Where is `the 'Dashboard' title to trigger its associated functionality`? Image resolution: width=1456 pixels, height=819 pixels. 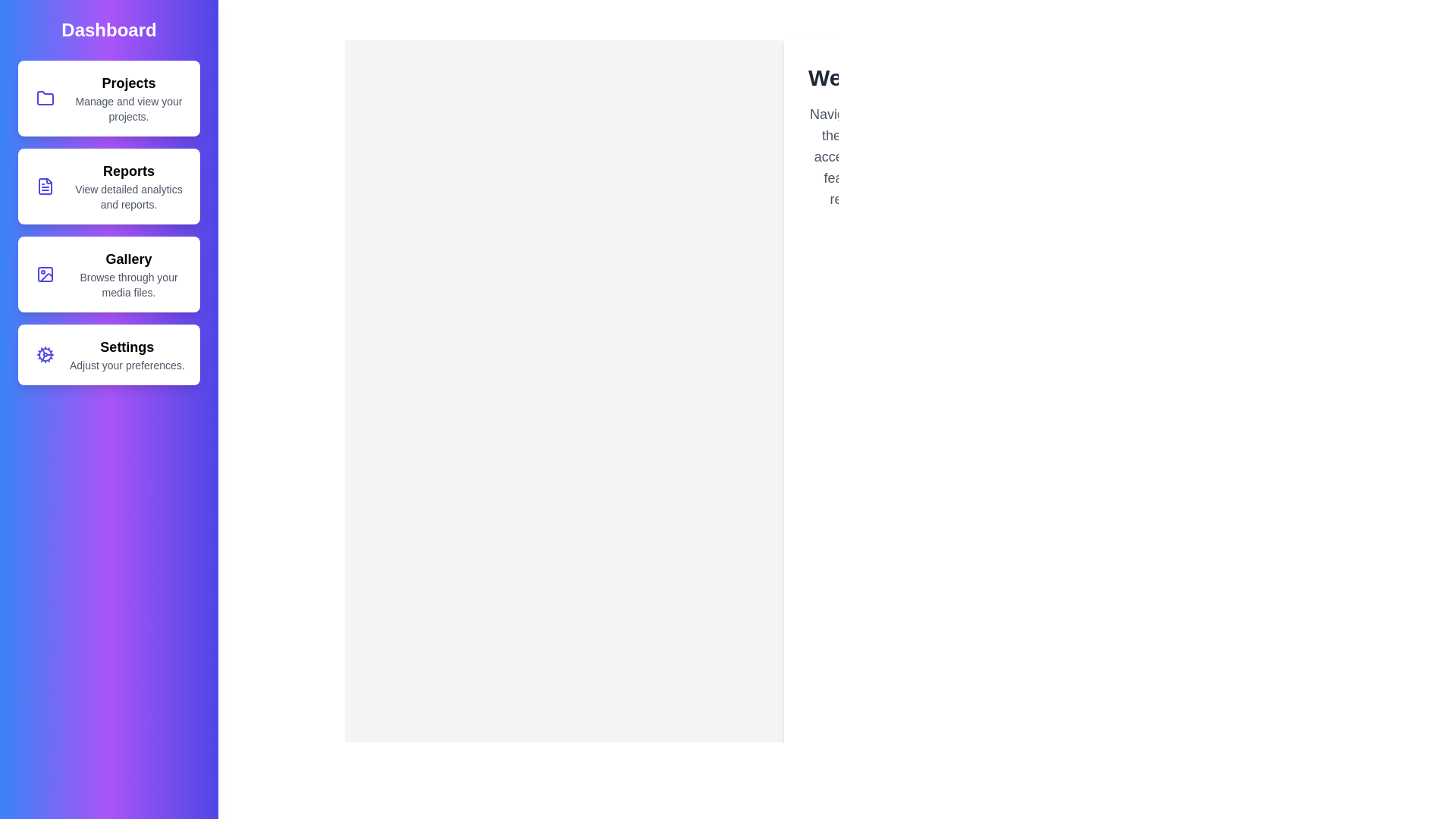
the 'Dashboard' title to trigger its associated functionality is located at coordinates (108, 30).